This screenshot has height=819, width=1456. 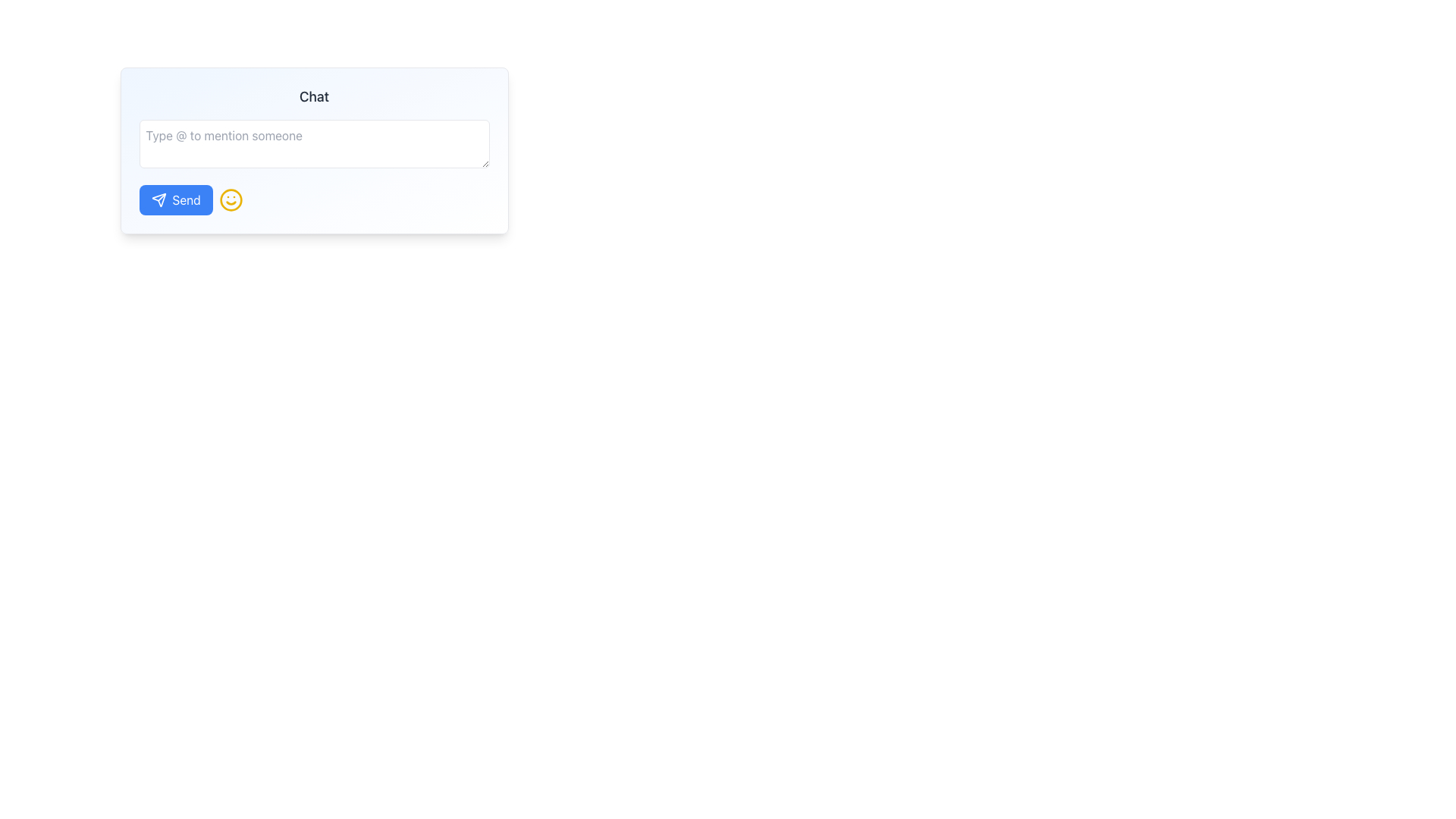 What do you see at coordinates (158, 199) in the screenshot?
I see `the small graphical icon resembling a paper airplane located to the left of the 'Send' label within the 'Send' button` at bounding box center [158, 199].